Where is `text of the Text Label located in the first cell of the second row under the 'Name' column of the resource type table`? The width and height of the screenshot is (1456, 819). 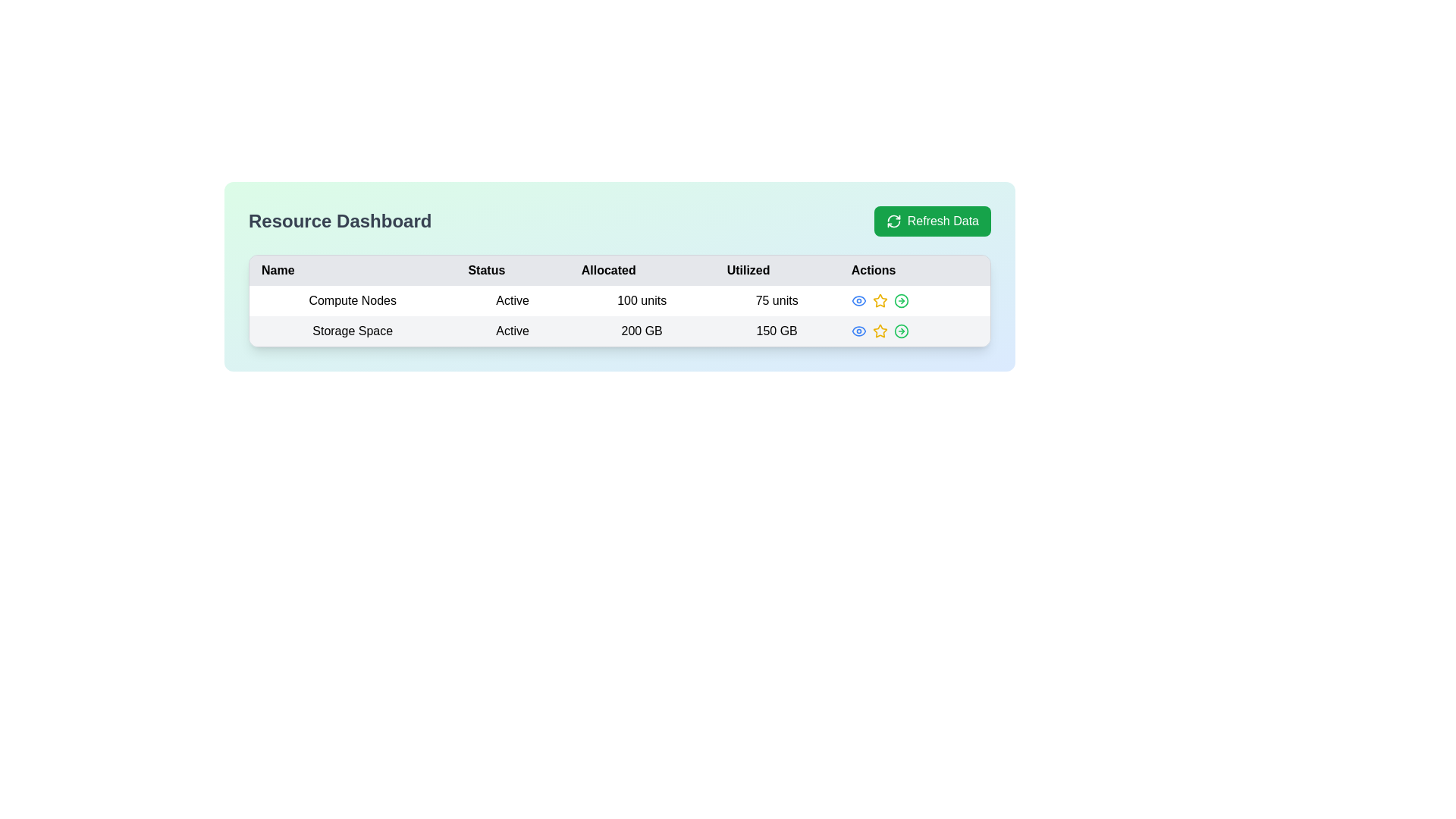
text of the Text Label located in the first cell of the second row under the 'Name' column of the resource type table is located at coordinates (352, 330).